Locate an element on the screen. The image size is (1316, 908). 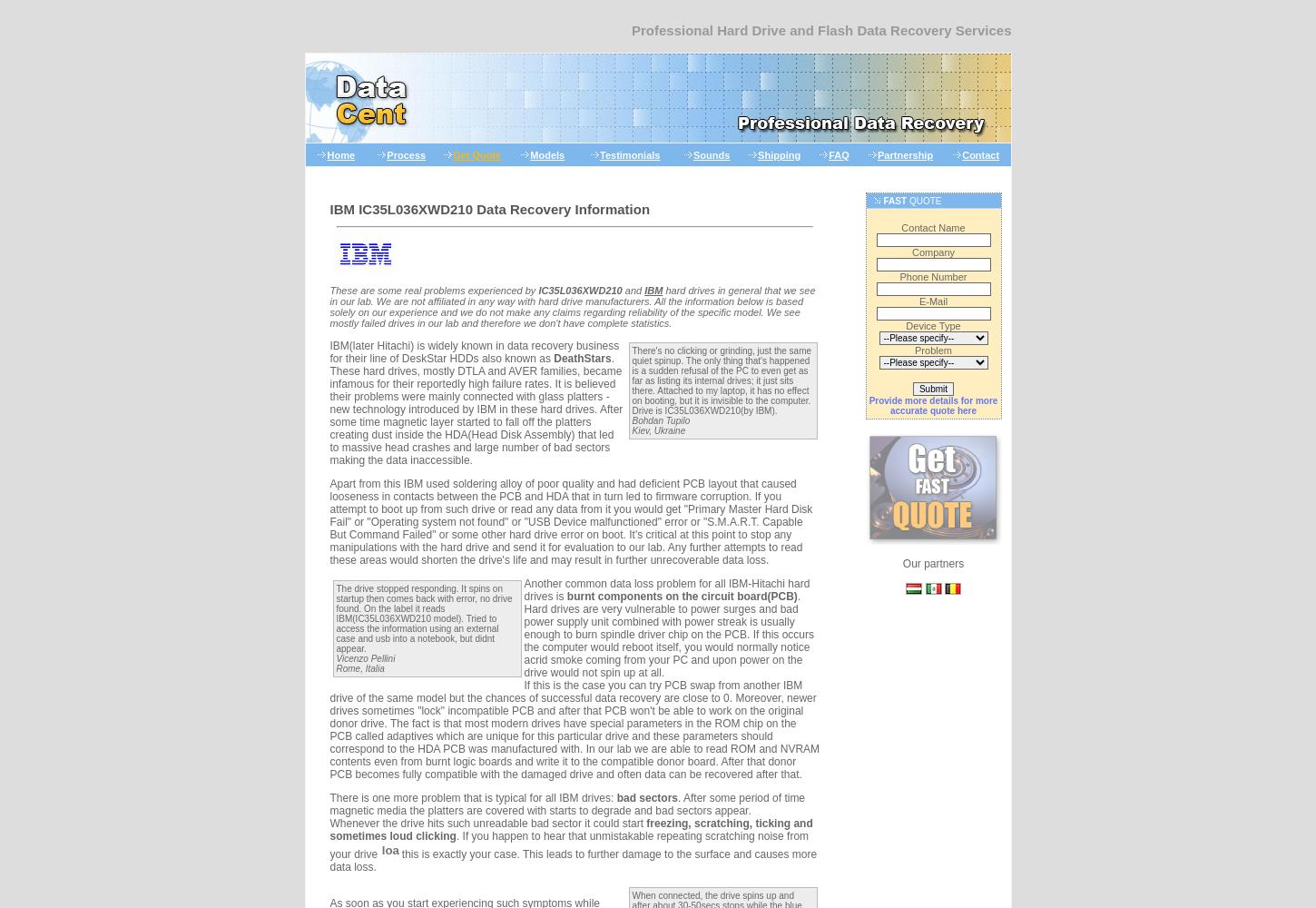
'IBM IC35L036XWD210 Data Recovery Information' is located at coordinates (489, 208).